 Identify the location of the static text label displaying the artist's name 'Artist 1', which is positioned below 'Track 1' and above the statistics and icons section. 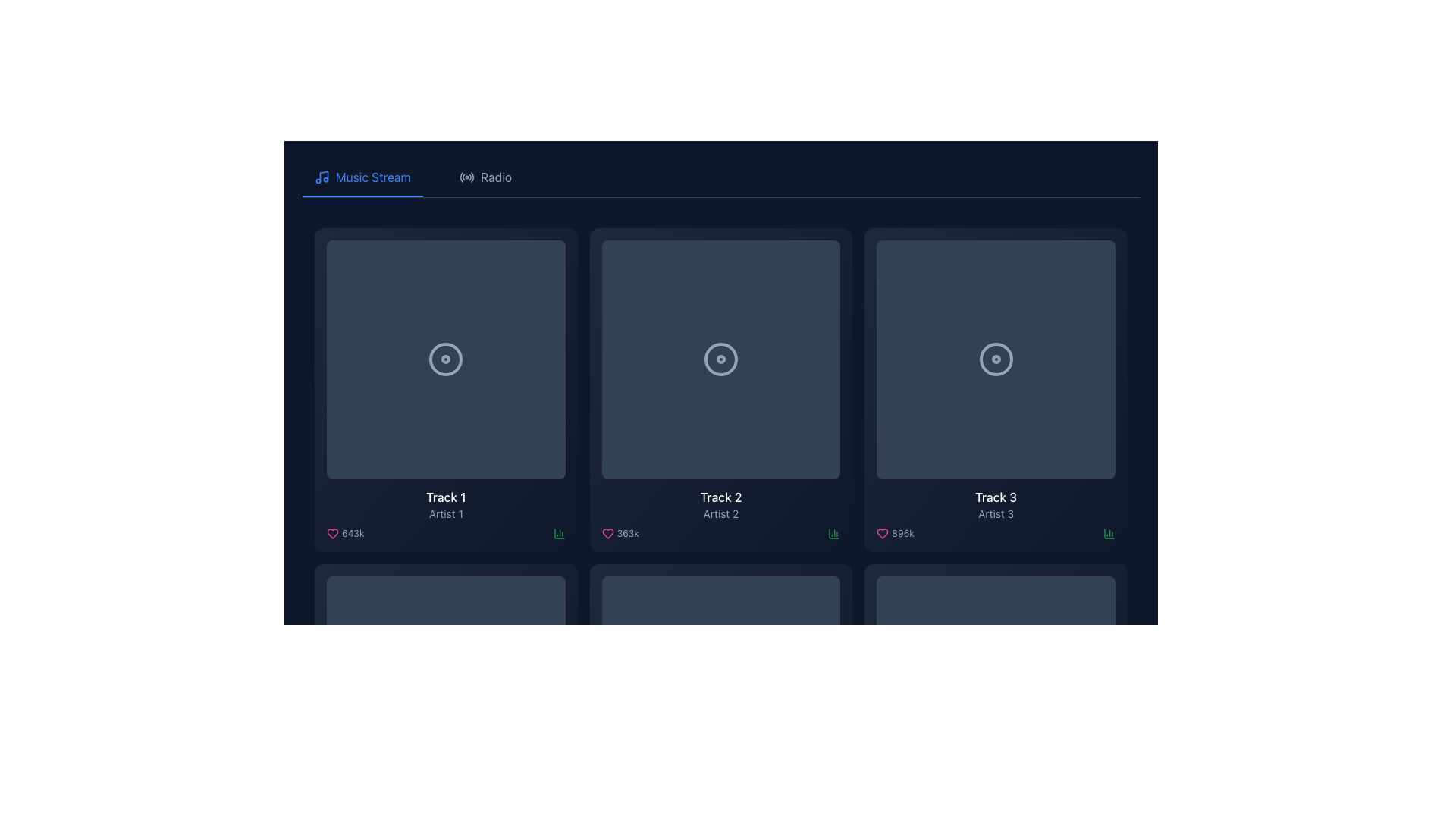
(445, 513).